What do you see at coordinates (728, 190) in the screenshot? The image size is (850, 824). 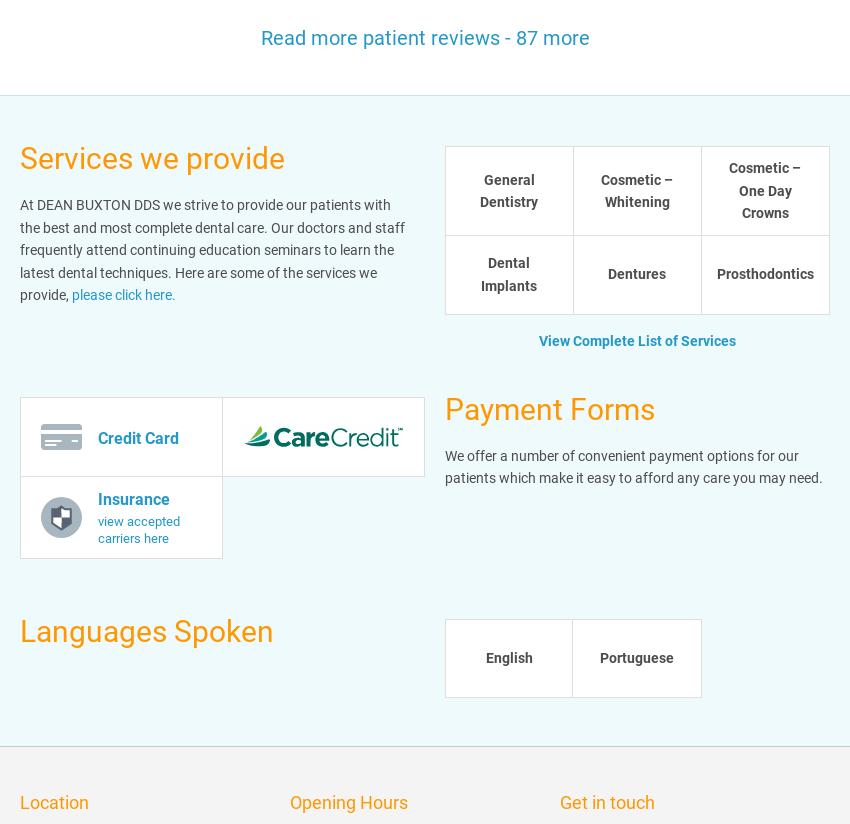 I see `'Cosmetic – One Day Crowns'` at bounding box center [728, 190].